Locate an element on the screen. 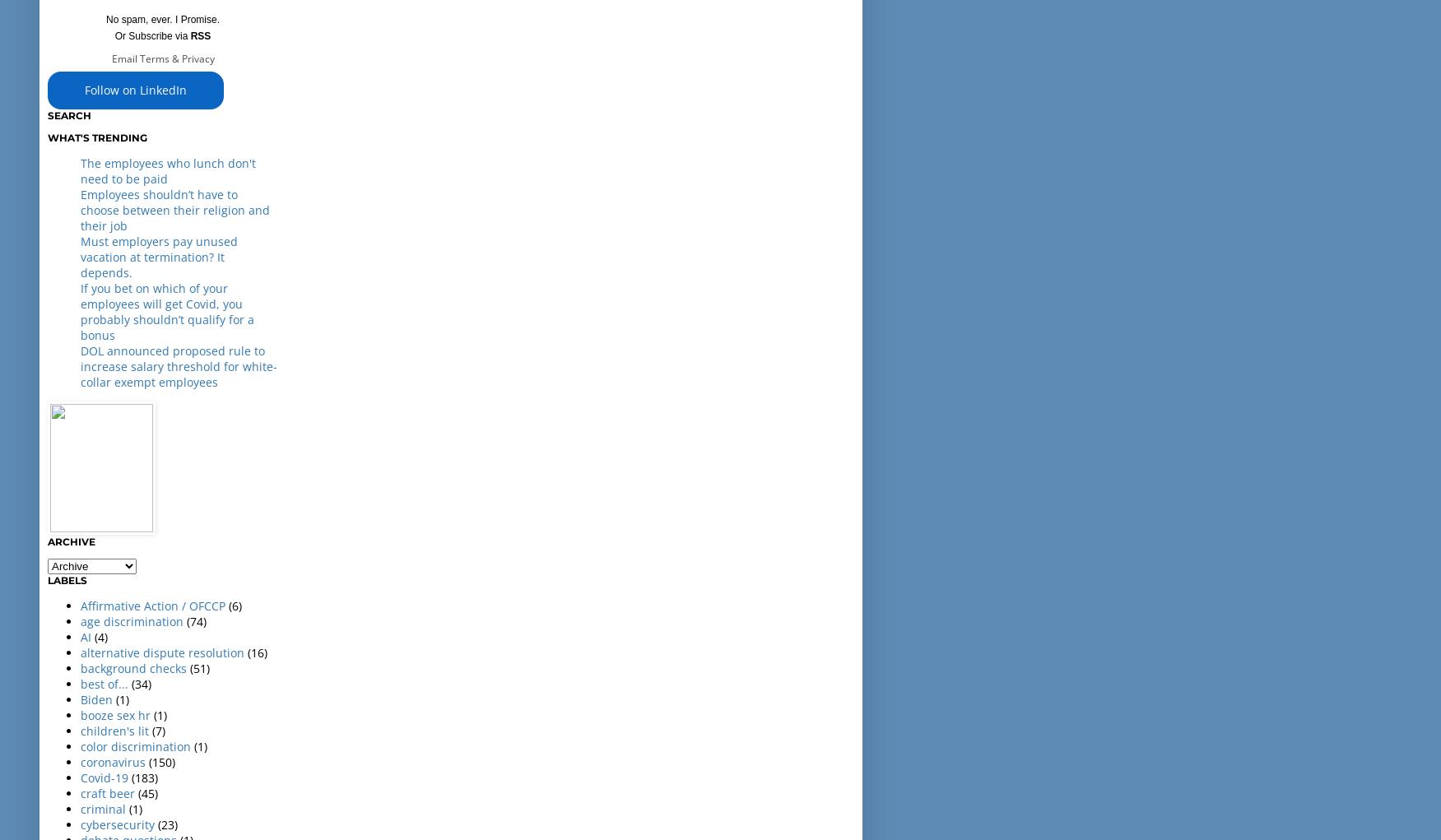 The height and width of the screenshot is (840, 1441). 'What's Trending' is located at coordinates (96, 136).